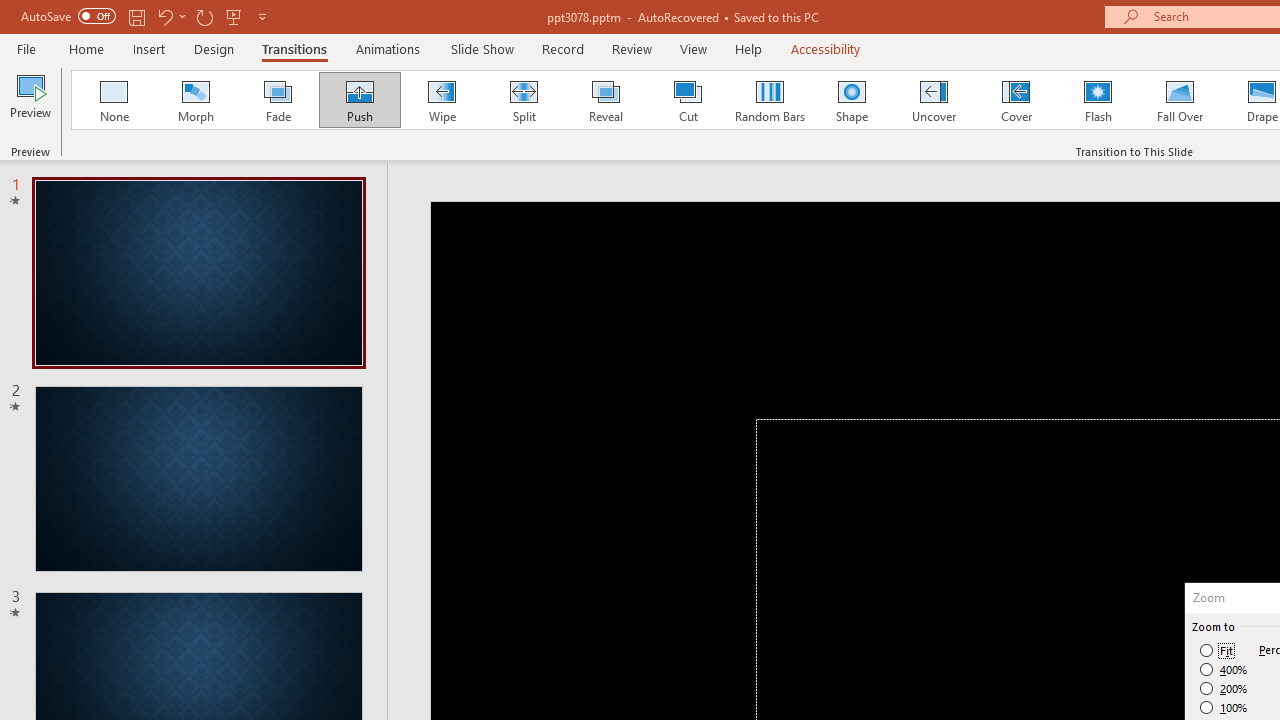 This screenshot has height=720, width=1280. I want to click on 'Flash', so click(1097, 100).